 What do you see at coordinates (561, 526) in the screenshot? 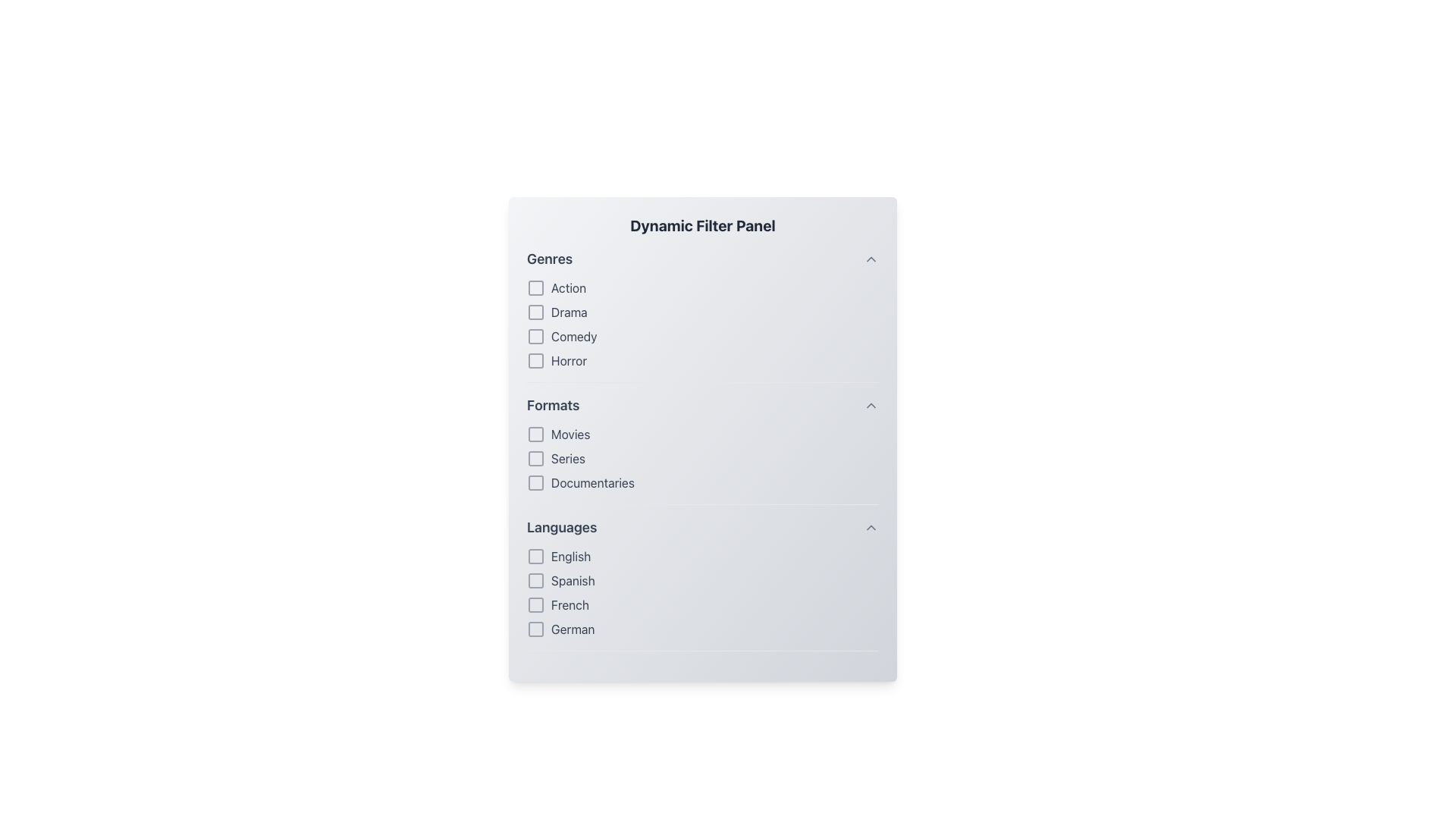
I see `the Text Label element that serves as a header for the selectable languages in the dynamic filter panel, positioned in the lower section below the 'Formats' filter` at bounding box center [561, 526].